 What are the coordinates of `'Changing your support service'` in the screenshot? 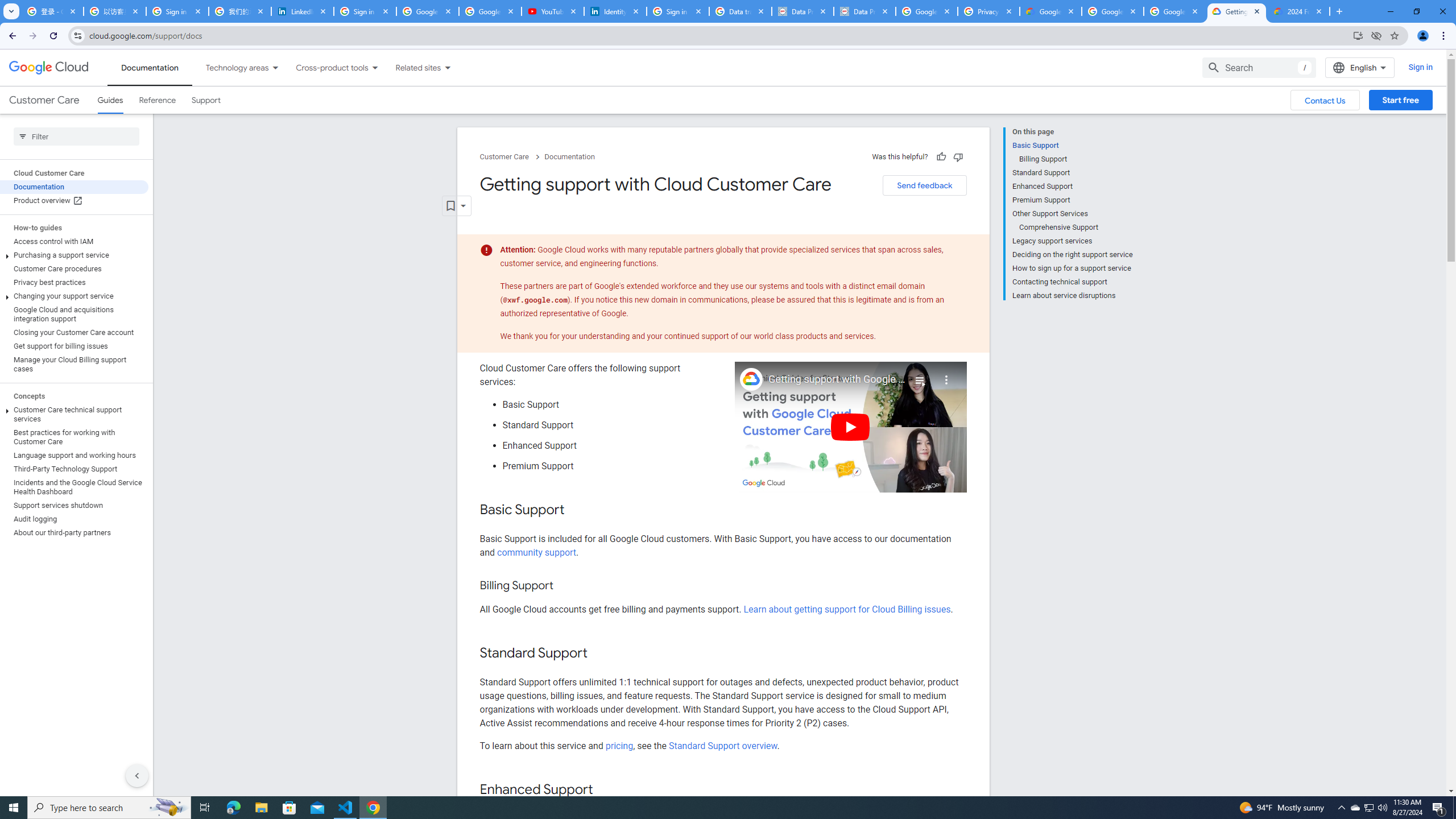 It's located at (74, 296).